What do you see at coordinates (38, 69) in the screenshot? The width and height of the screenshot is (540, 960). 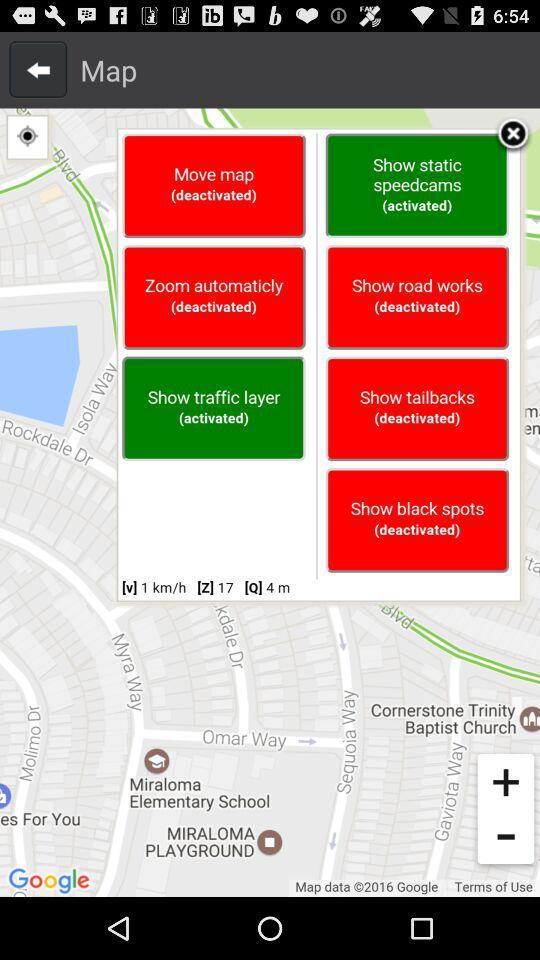 I see `previous` at bounding box center [38, 69].